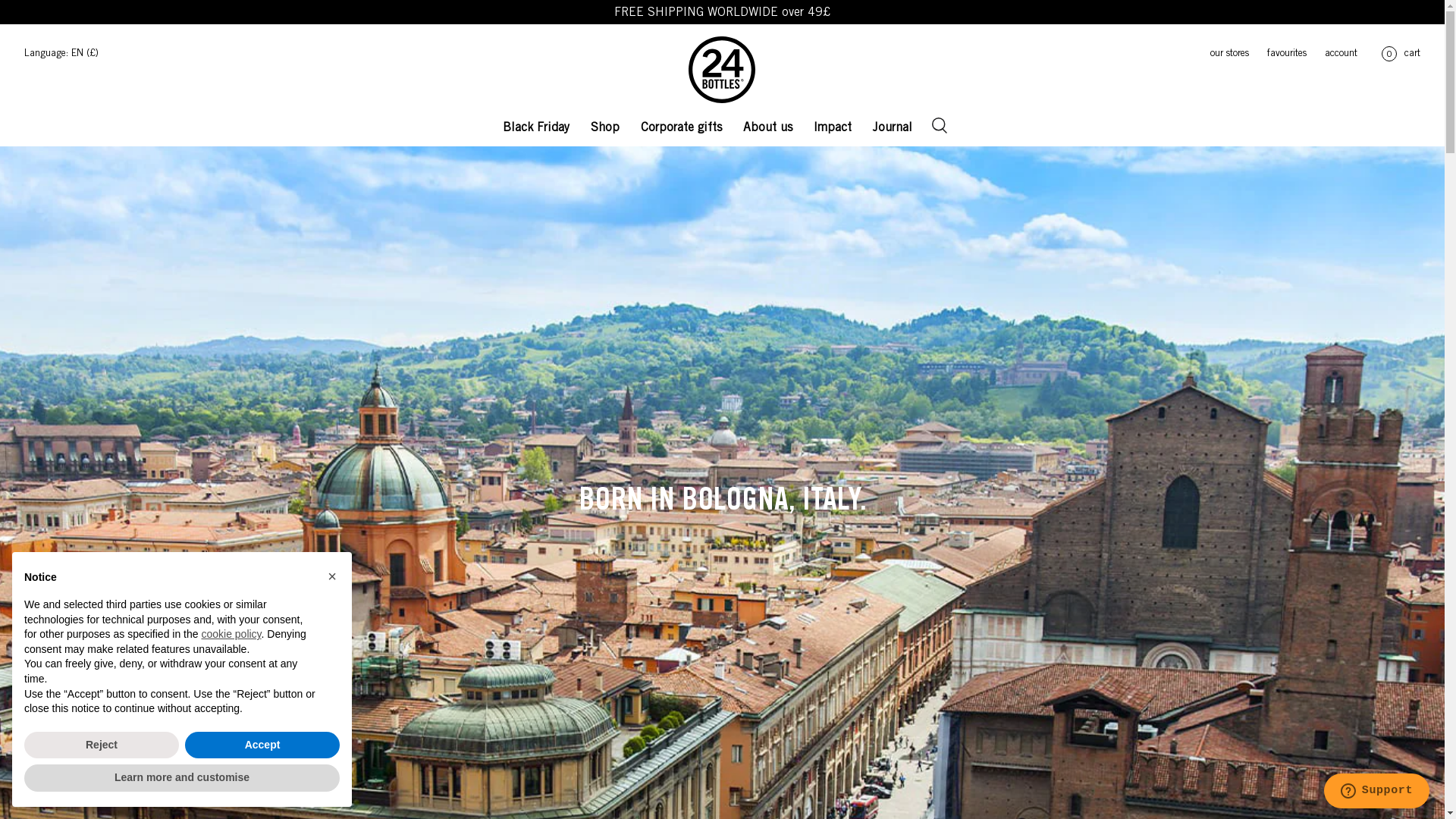  Describe the element at coordinates (182, 778) in the screenshot. I see `'Learn more and customise'` at that location.